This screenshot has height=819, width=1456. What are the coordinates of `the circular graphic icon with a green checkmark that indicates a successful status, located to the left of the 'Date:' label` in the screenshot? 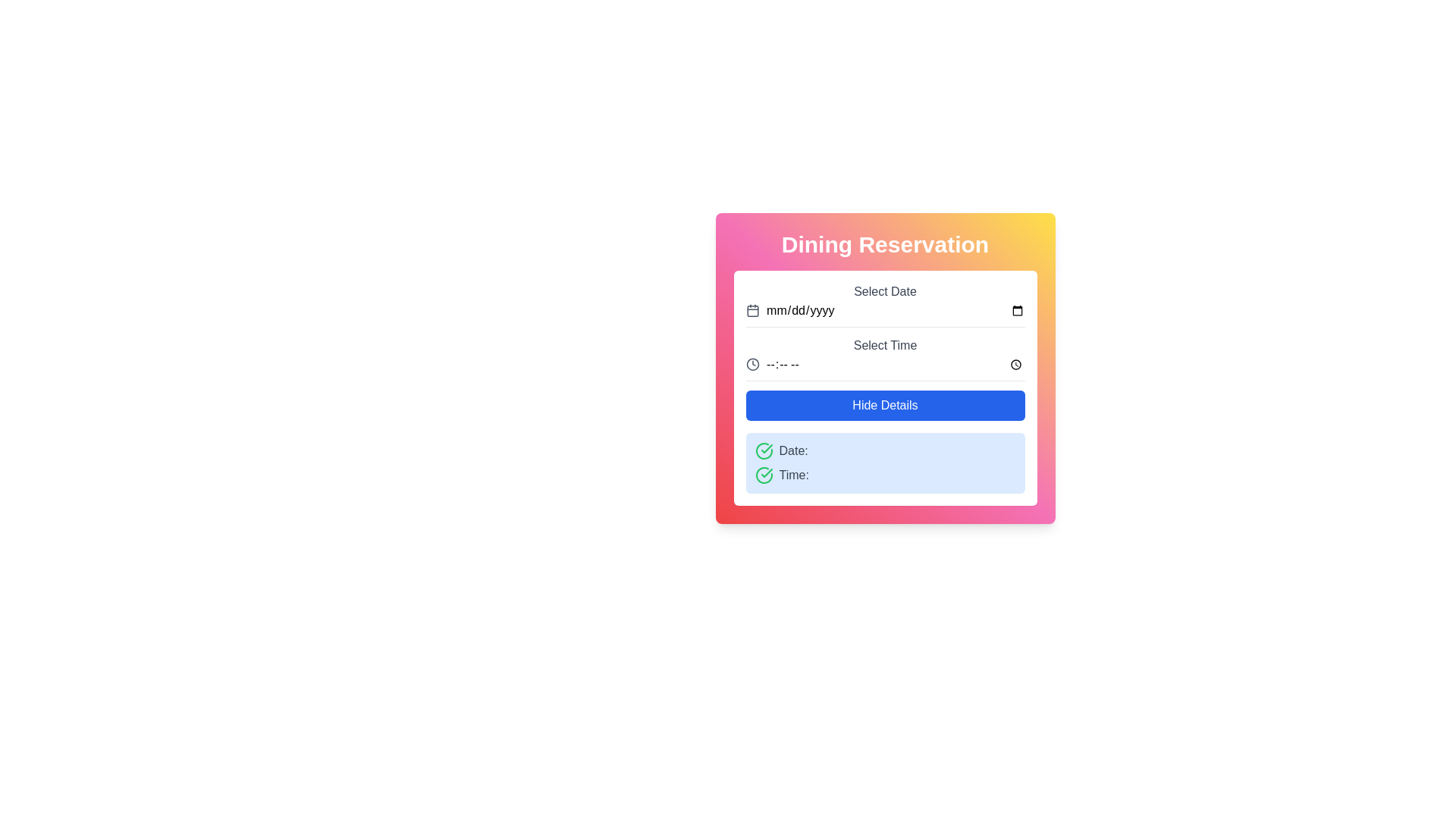 It's located at (764, 450).